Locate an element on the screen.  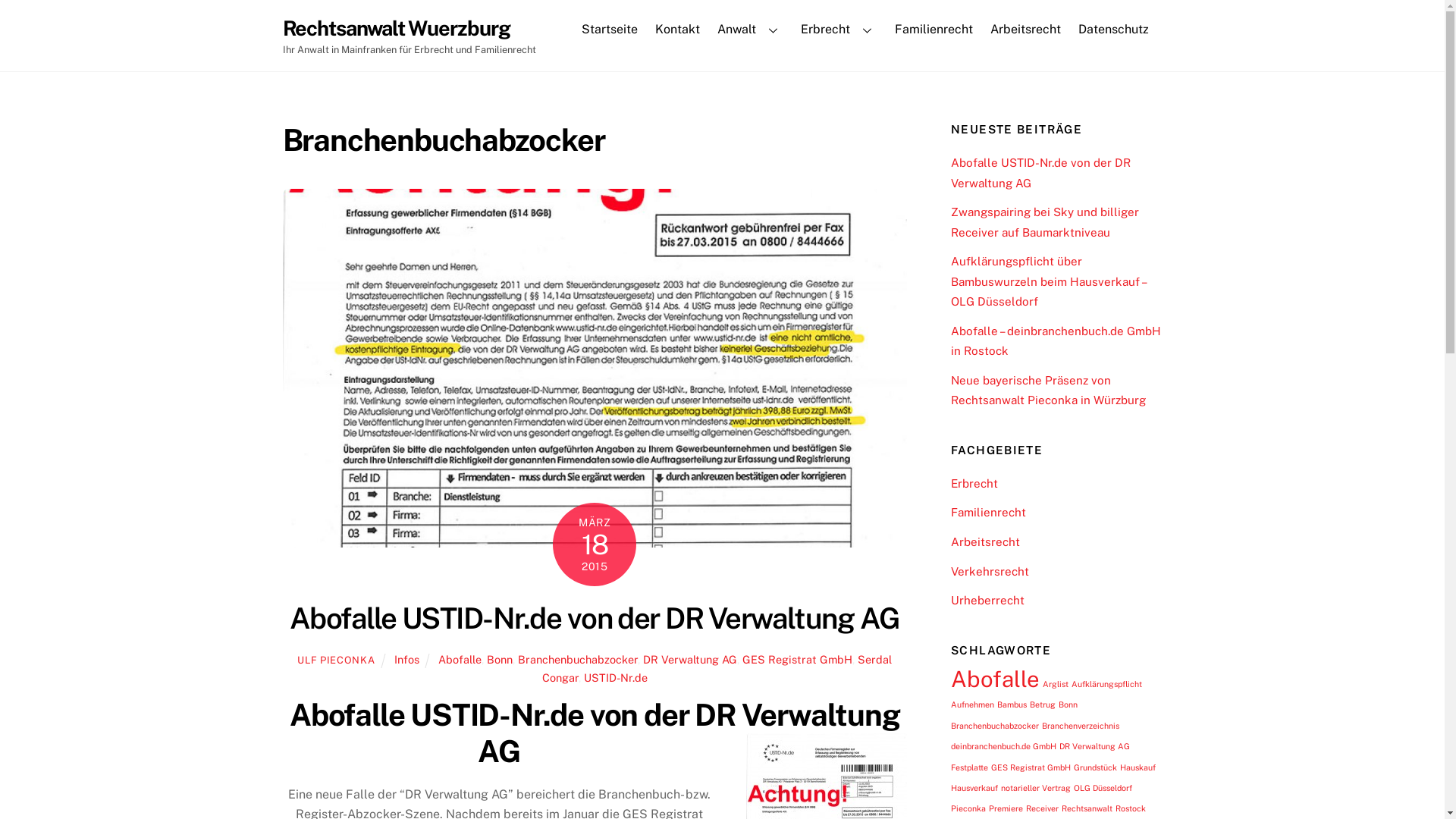
'Premiere' is located at coordinates (1006, 807).